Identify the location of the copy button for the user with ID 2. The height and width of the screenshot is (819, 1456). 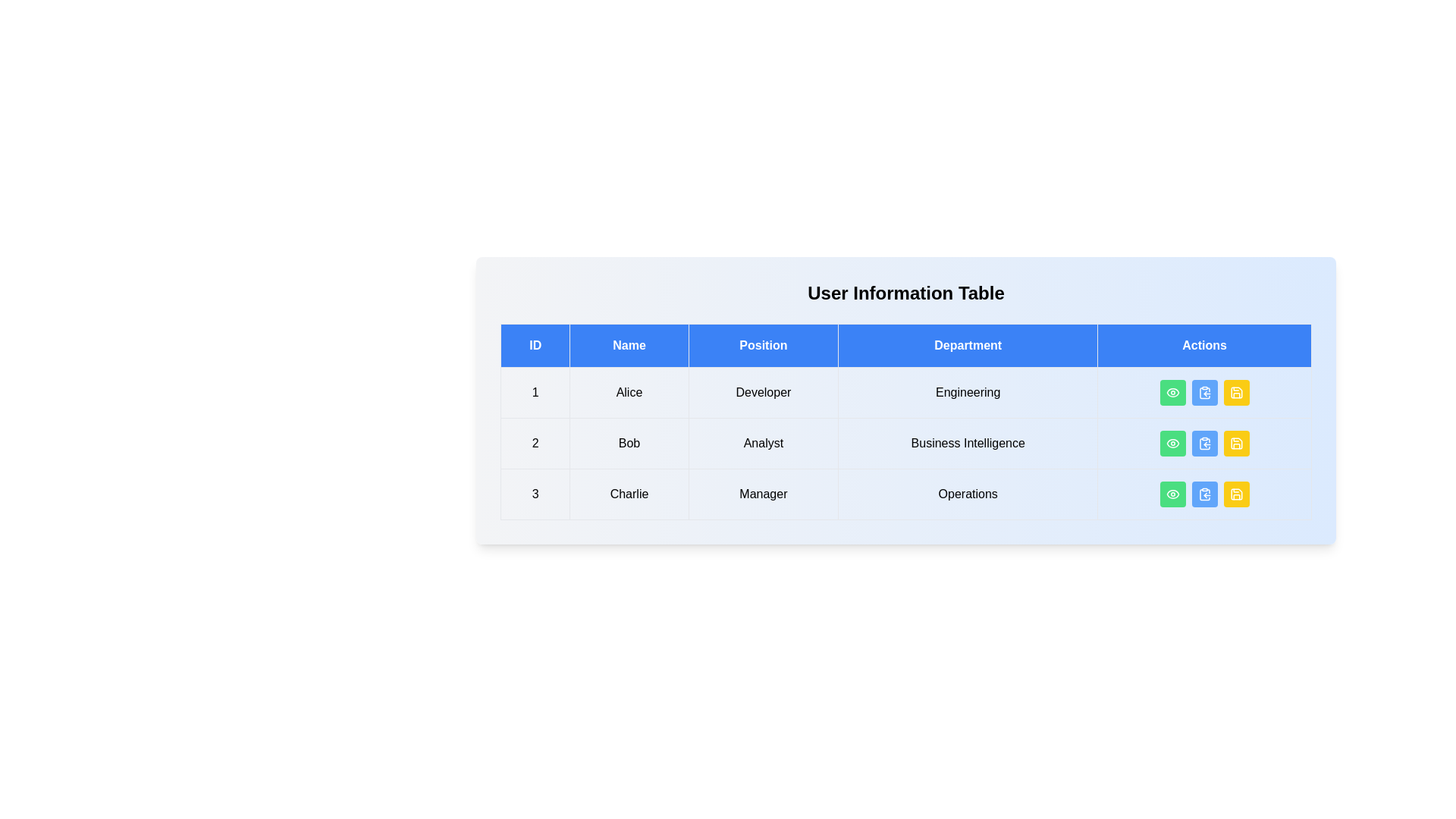
(1203, 444).